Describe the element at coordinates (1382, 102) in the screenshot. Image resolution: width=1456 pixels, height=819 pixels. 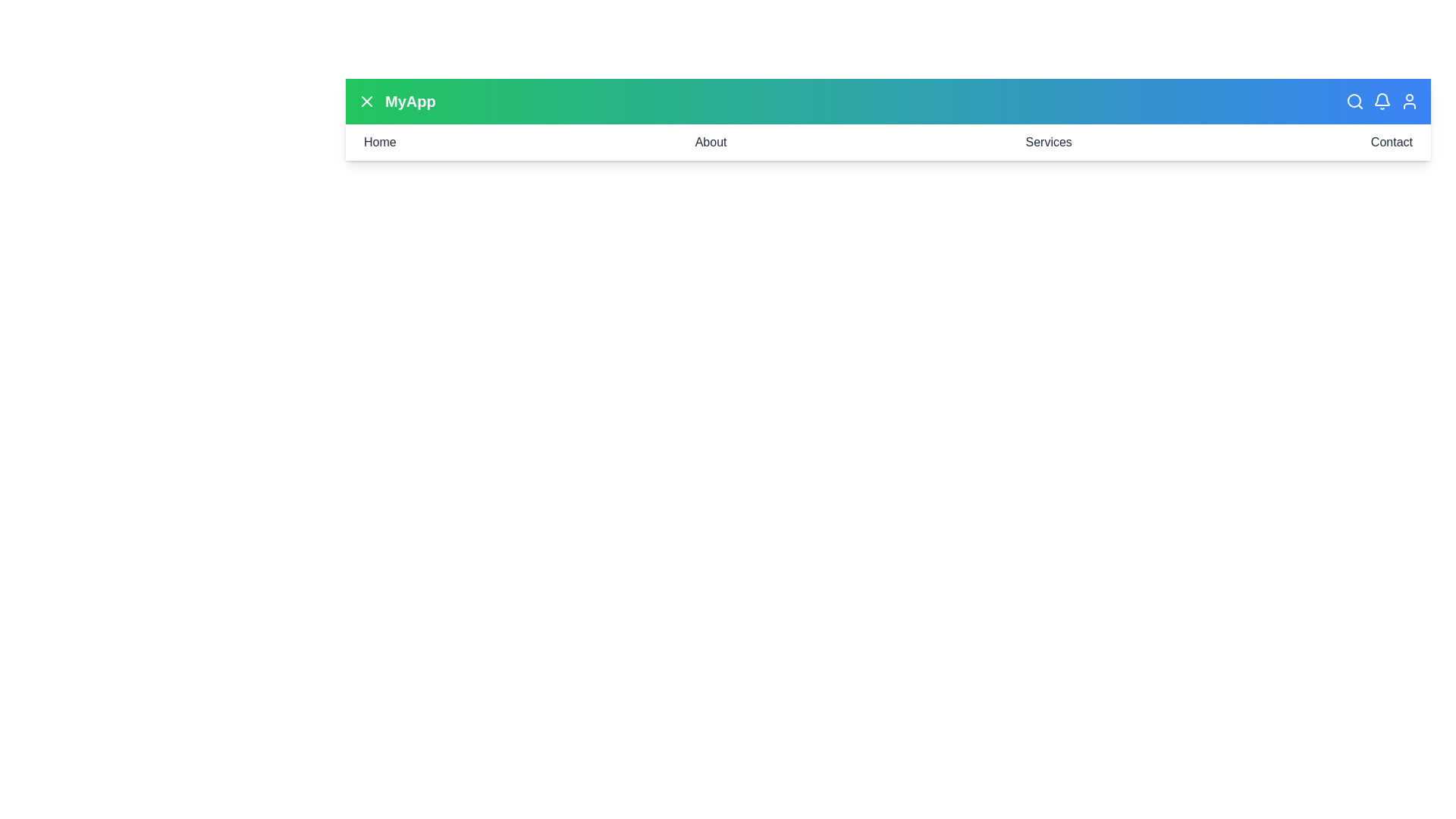
I see `the notifications button in the header` at that location.